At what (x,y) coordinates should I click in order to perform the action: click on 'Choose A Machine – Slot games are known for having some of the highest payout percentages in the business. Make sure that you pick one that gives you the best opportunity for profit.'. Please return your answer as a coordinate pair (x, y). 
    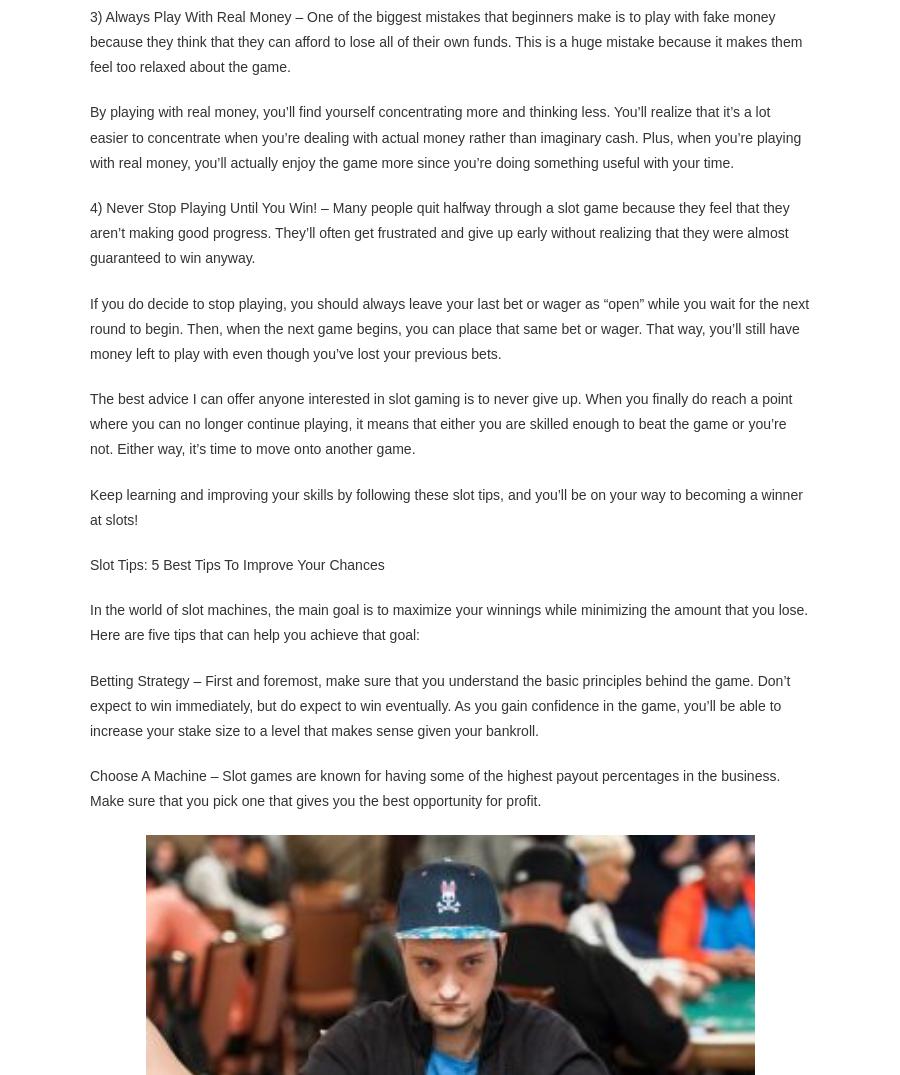
    Looking at the image, I should click on (434, 786).